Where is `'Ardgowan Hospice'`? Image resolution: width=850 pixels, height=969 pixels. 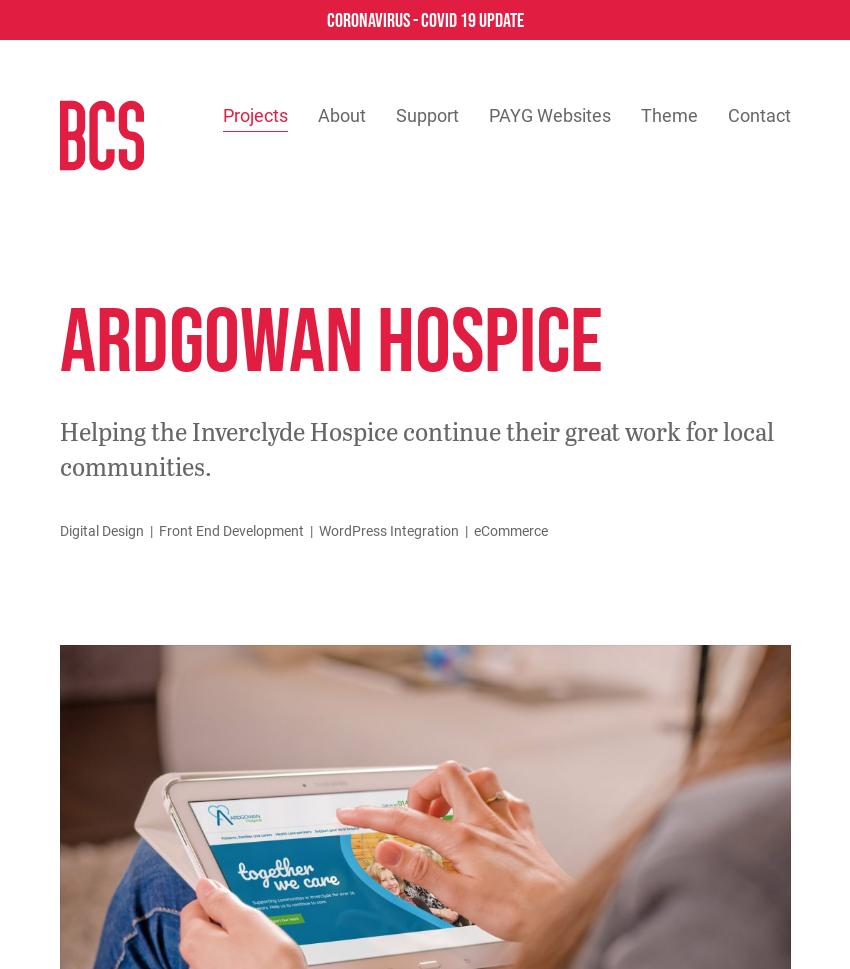
'Ardgowan Hospice' is located at coordinates (330, 337).